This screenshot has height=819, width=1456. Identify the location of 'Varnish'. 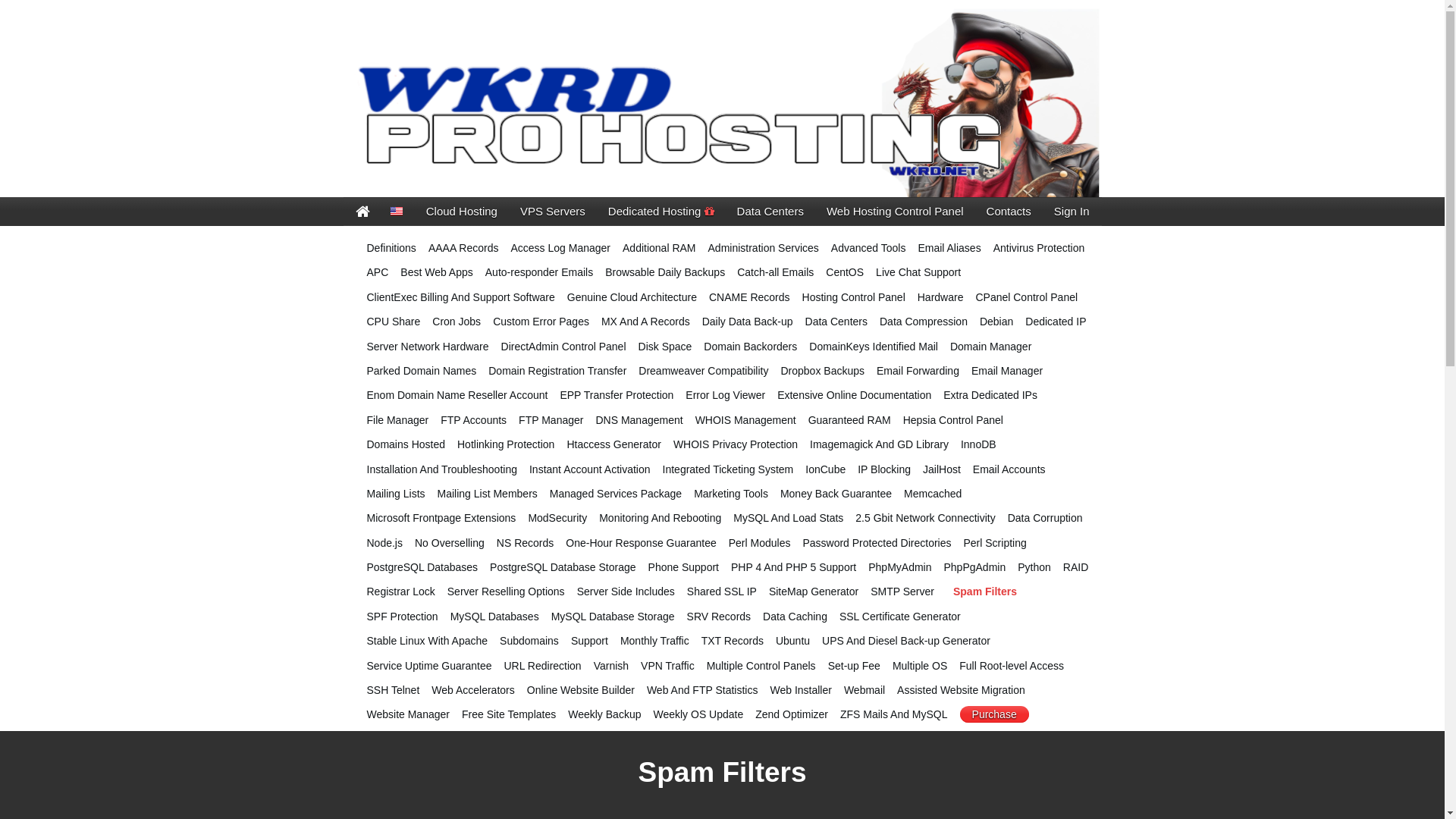
(611, 665).